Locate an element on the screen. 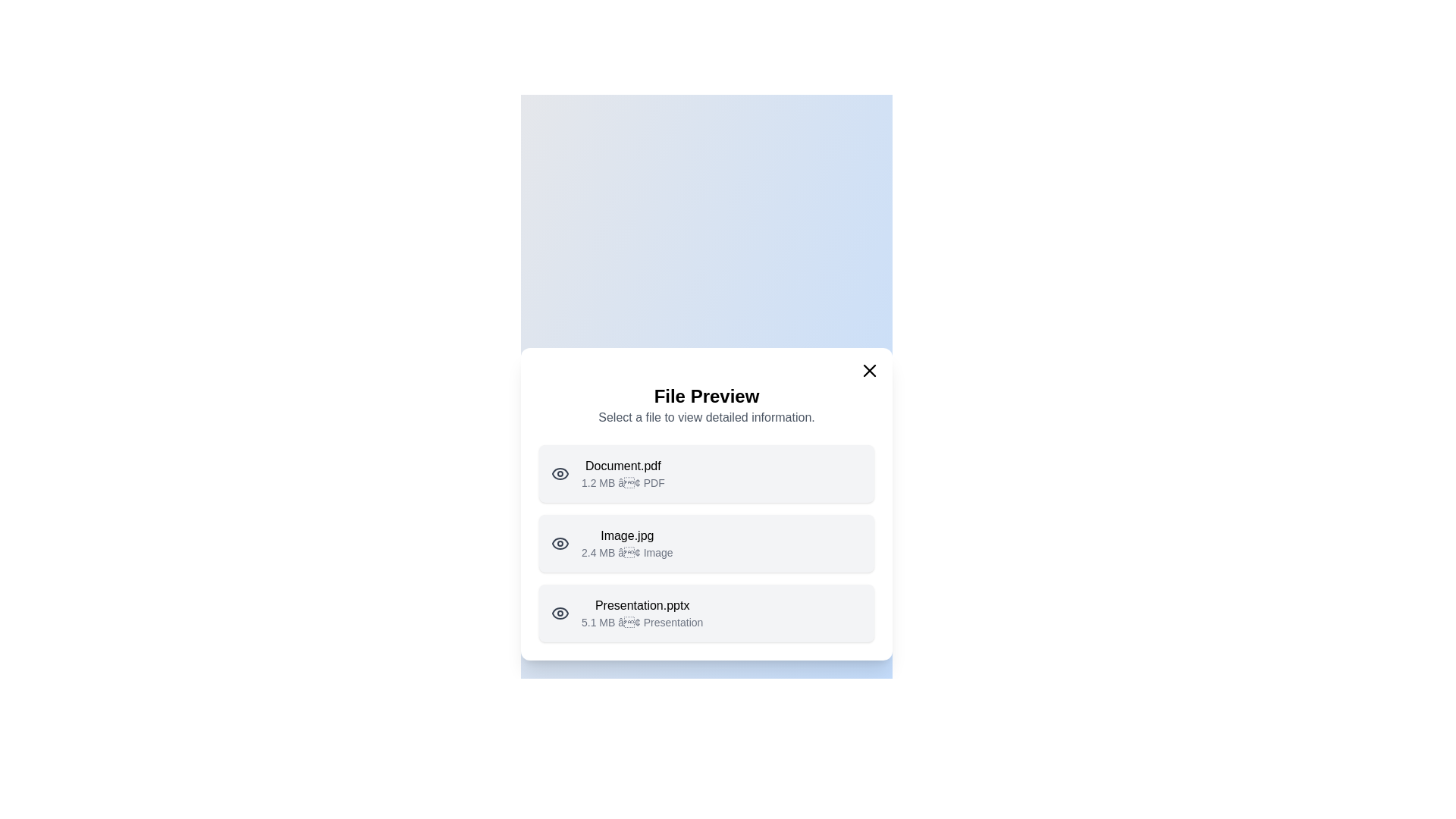  the file item Presentation.pptx to observe its hover effect is located at coordinates (705, 613).